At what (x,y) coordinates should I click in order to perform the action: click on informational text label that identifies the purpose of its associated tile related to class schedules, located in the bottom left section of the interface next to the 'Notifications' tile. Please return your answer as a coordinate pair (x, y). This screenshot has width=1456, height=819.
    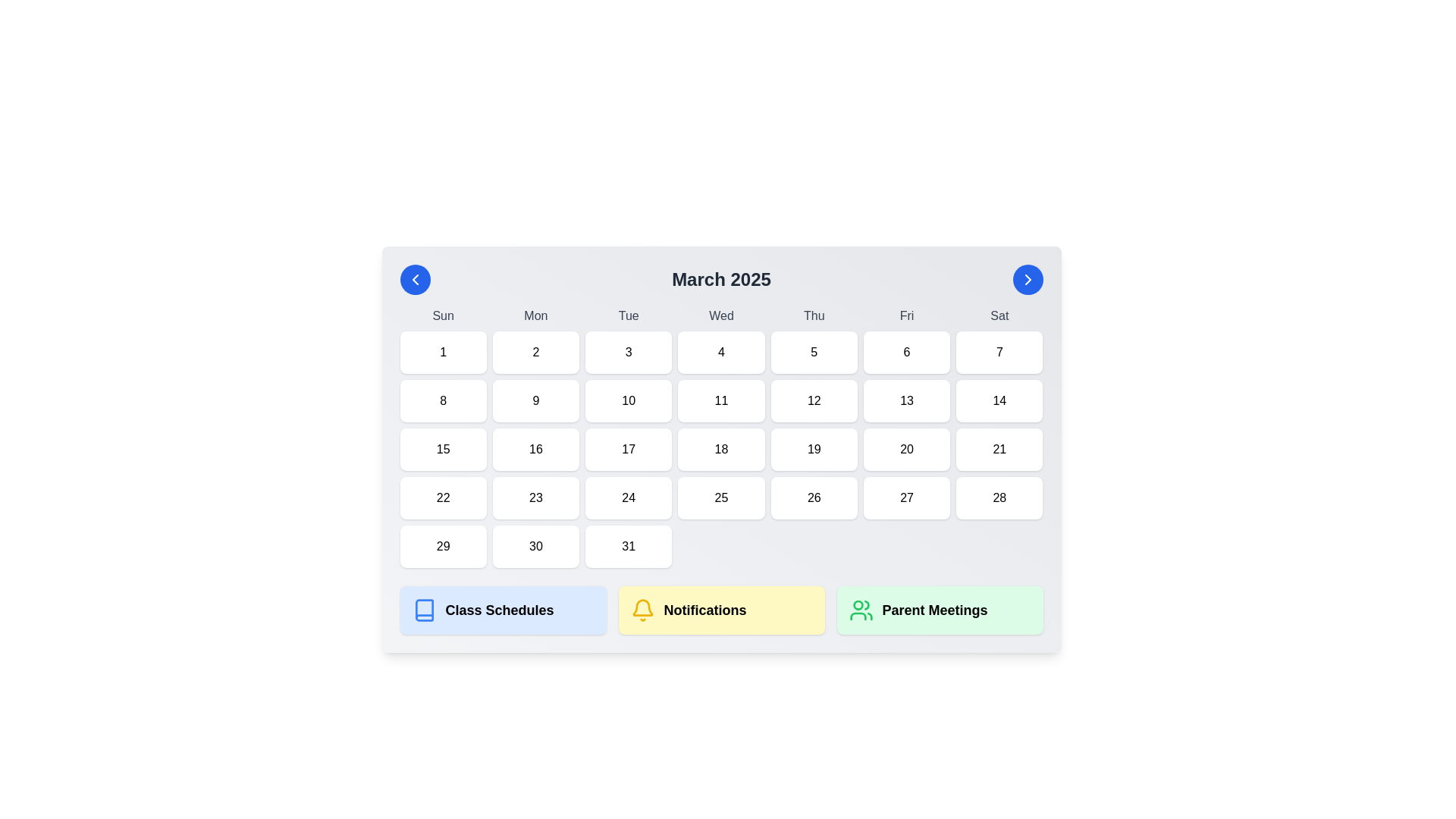
    Looking at the image, I should click on (499, 610).